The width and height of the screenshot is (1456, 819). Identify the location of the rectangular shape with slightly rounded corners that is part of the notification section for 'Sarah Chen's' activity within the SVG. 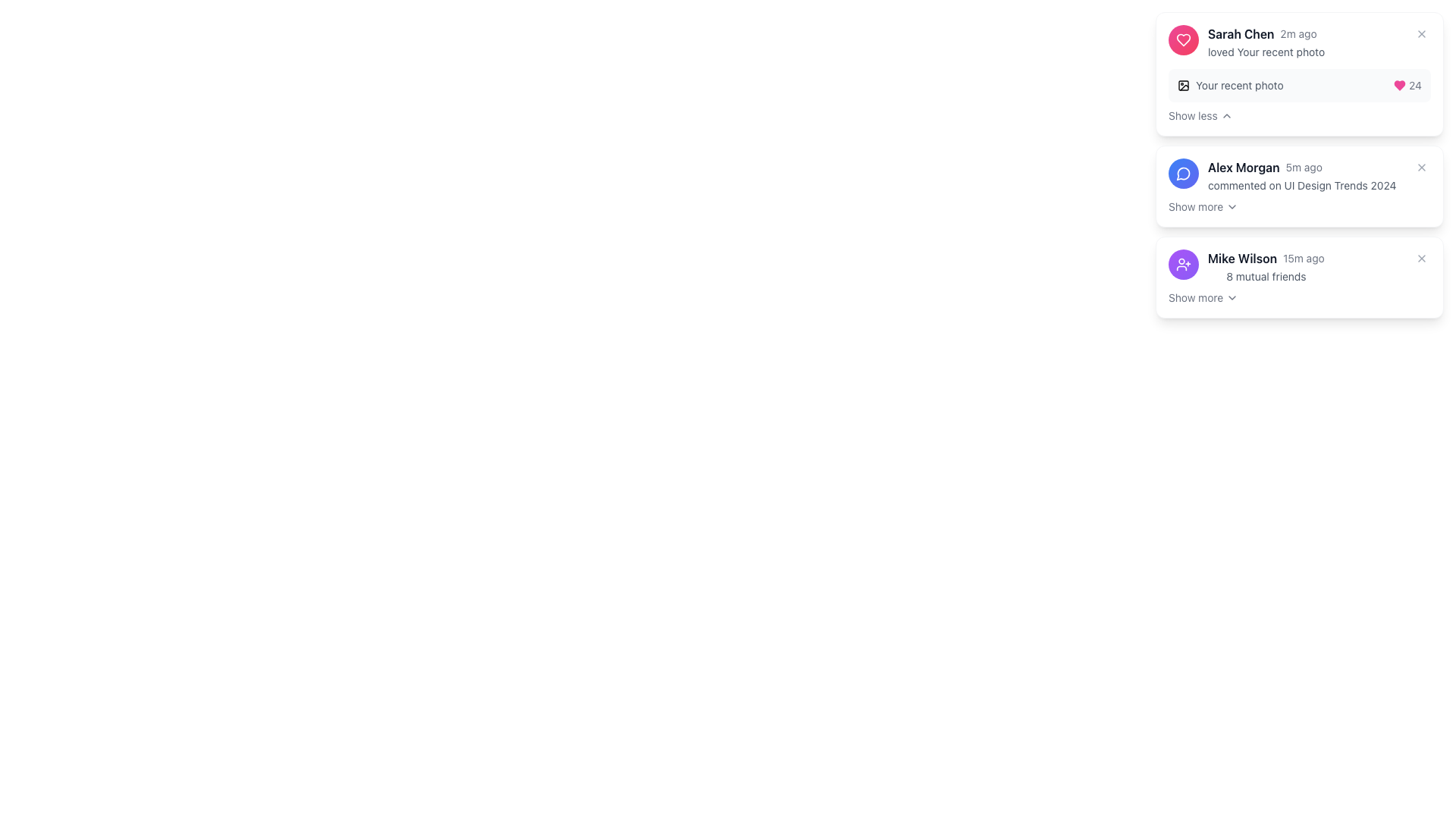
(1182, 85).